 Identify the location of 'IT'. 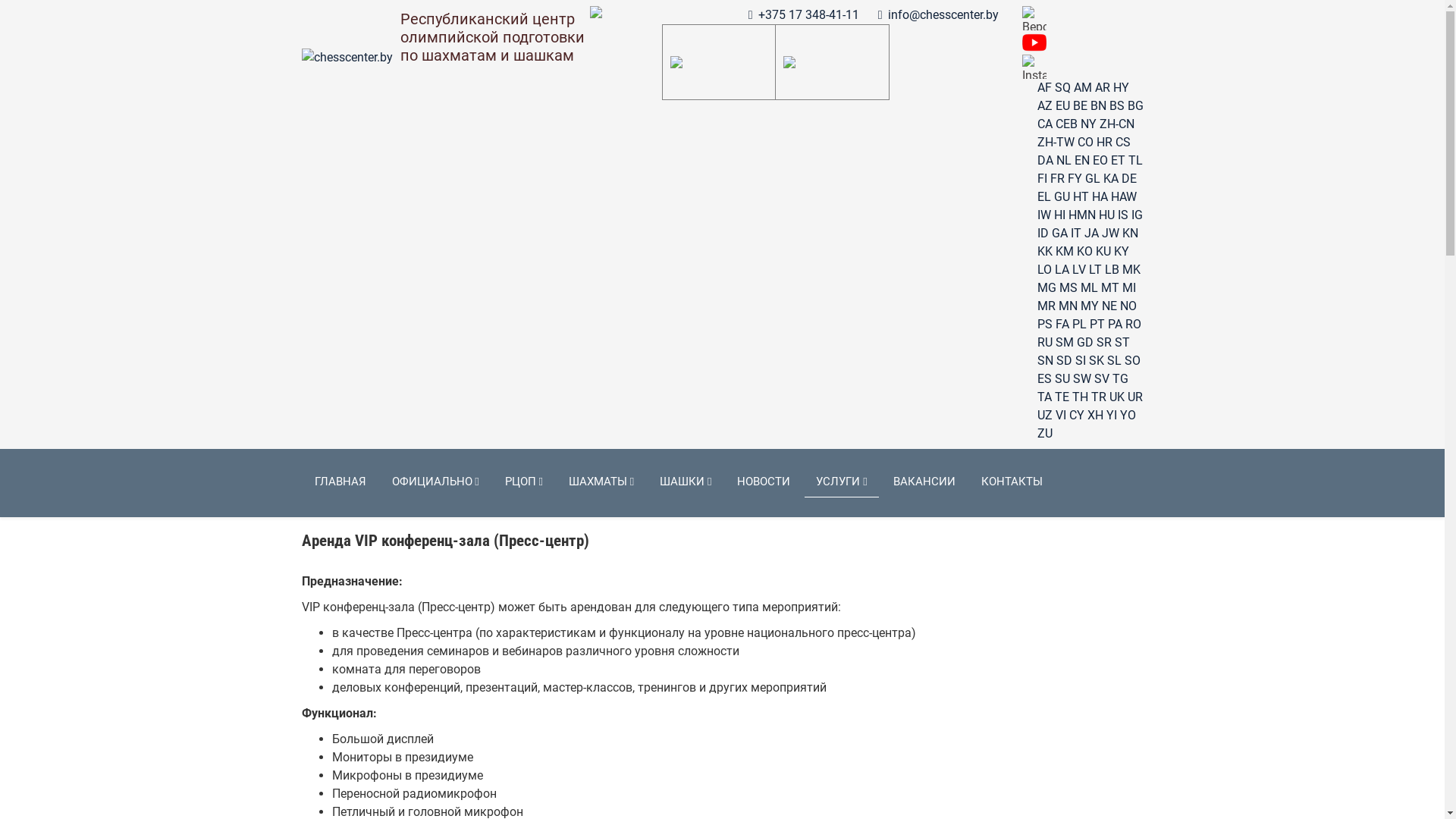
(1075, 233).